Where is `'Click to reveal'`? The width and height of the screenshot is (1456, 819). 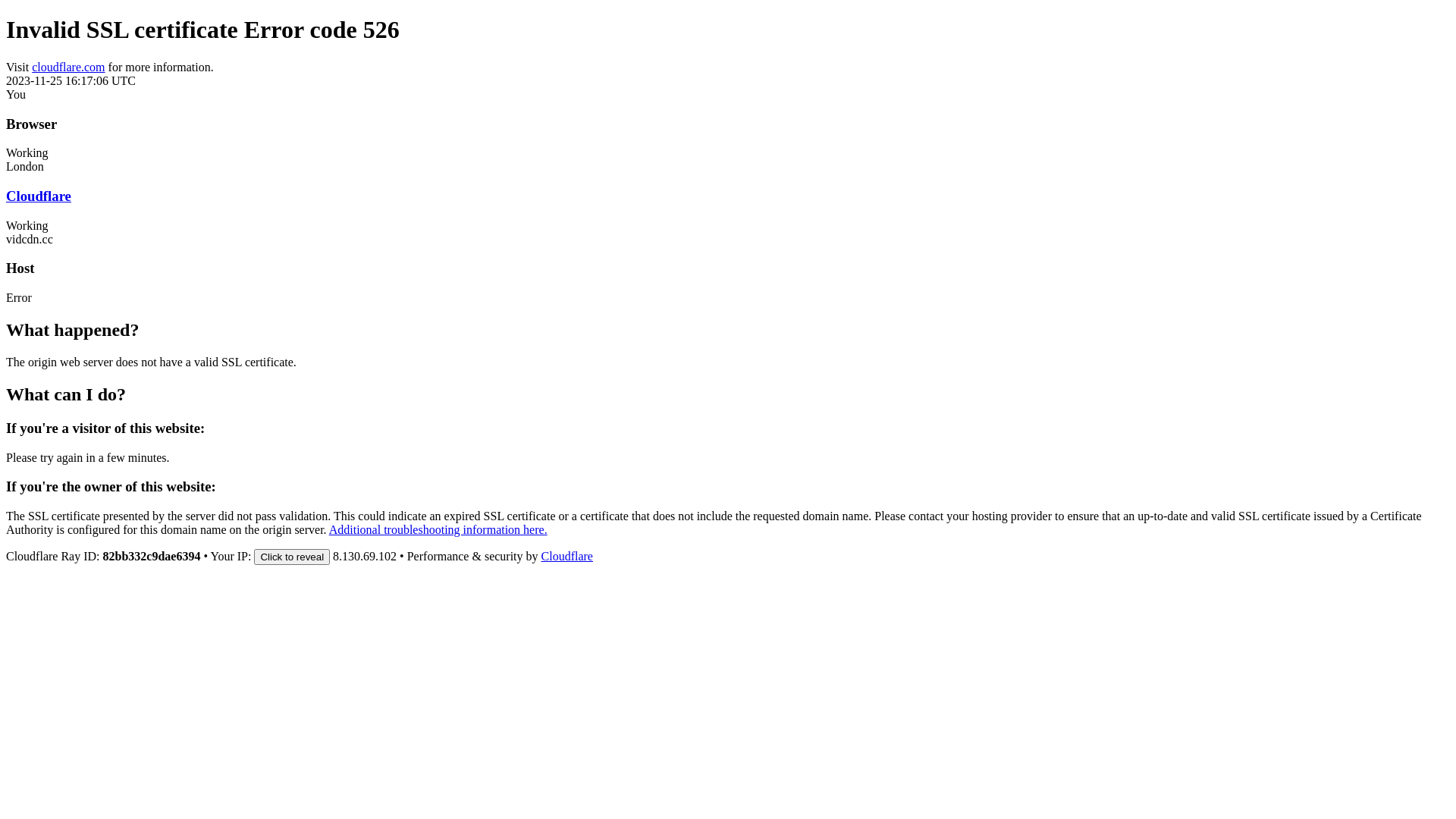 'Click to reveal' is located at coordinates (291, 557).